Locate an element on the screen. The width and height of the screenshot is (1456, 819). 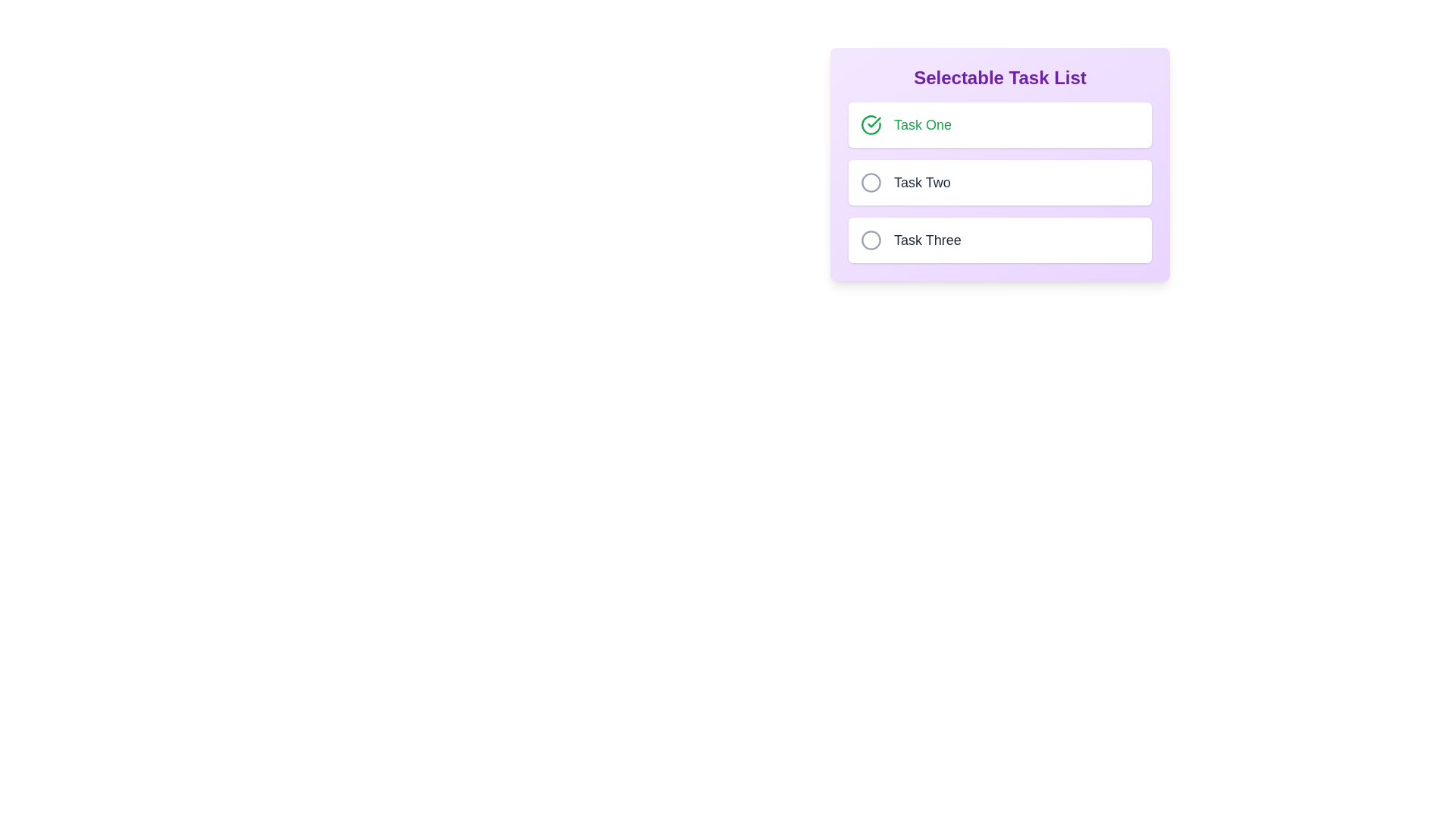
the static text 'Task Three', which is the third option in a vertical list of selectable tasks, styled in bold dark-gray font and positioned to the right of an empty radio button circle is located at coordinates (927, 239).